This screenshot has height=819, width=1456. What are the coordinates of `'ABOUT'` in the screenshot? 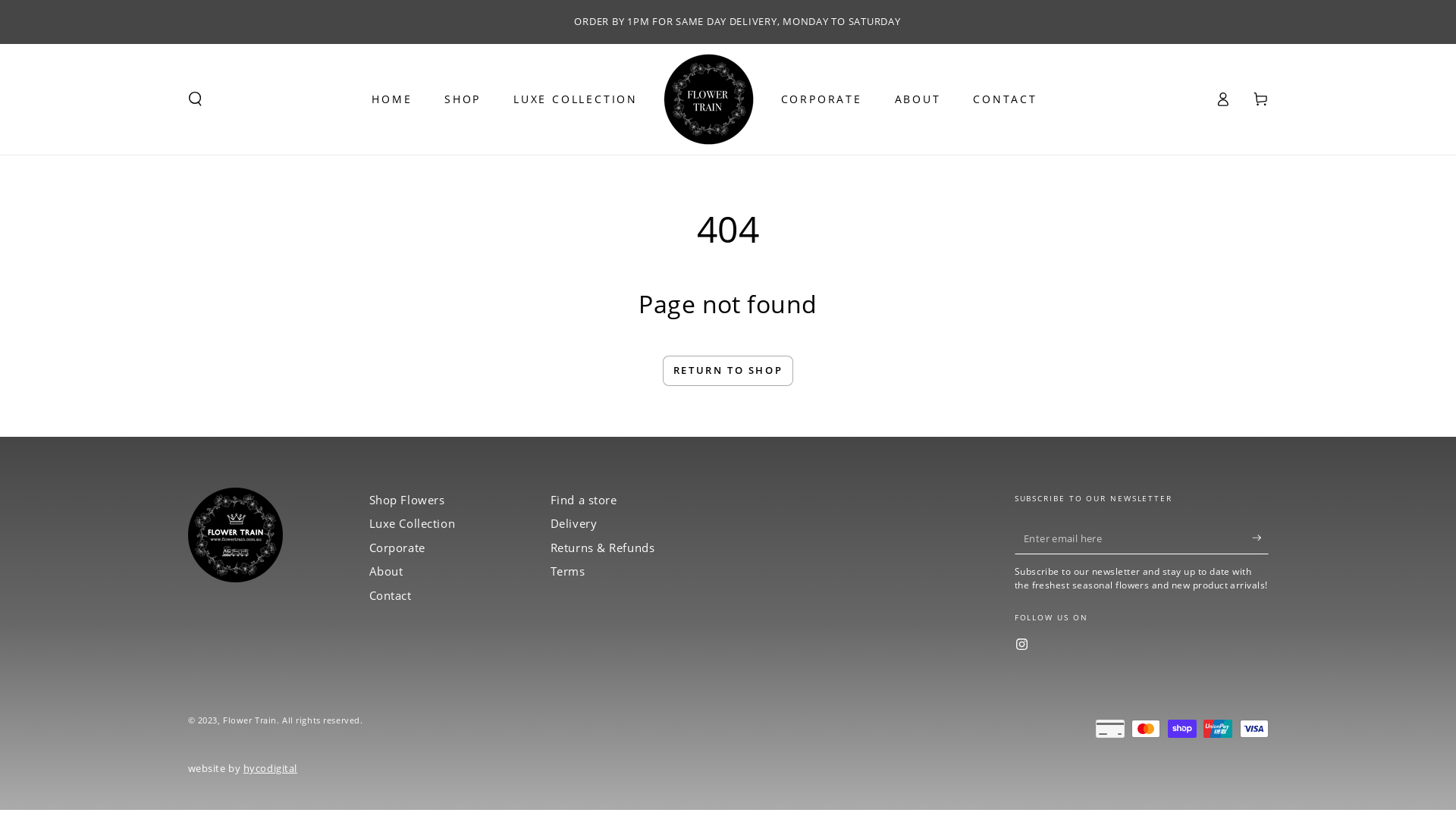 It's located at (916, 99).